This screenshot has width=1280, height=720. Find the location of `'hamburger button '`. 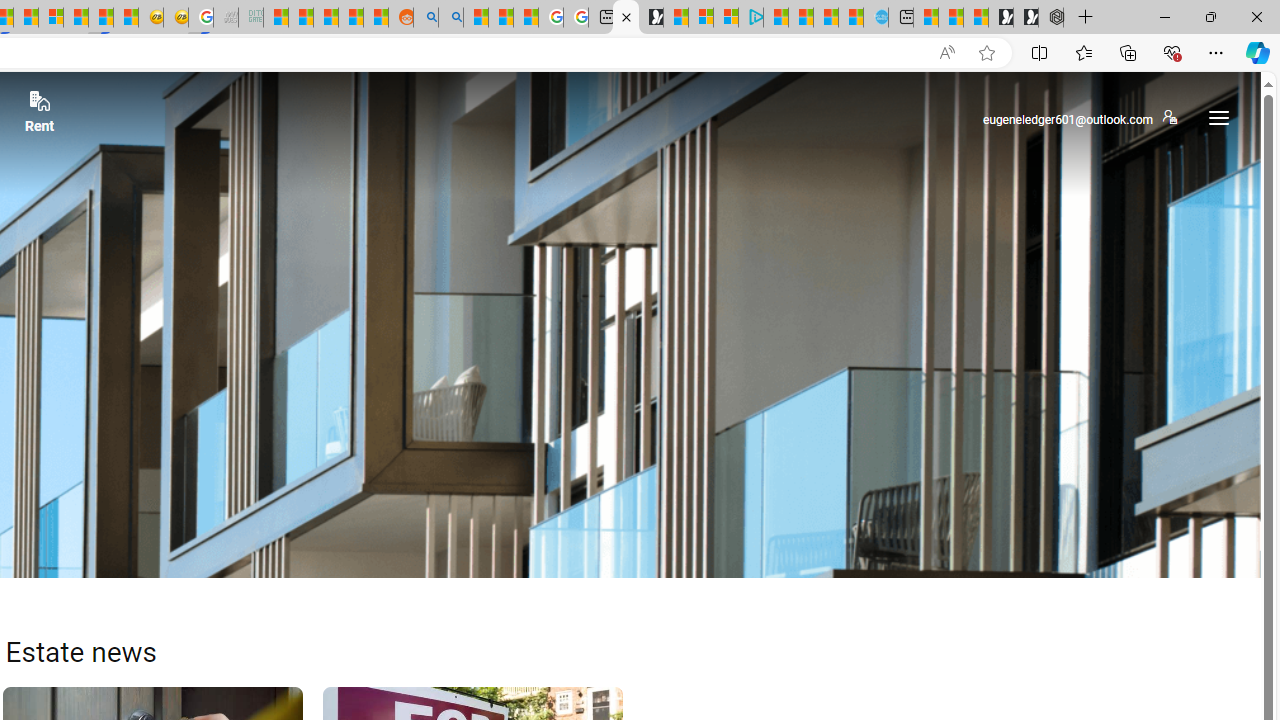

'hamburger button ' is located at coordinates (1217, 118).